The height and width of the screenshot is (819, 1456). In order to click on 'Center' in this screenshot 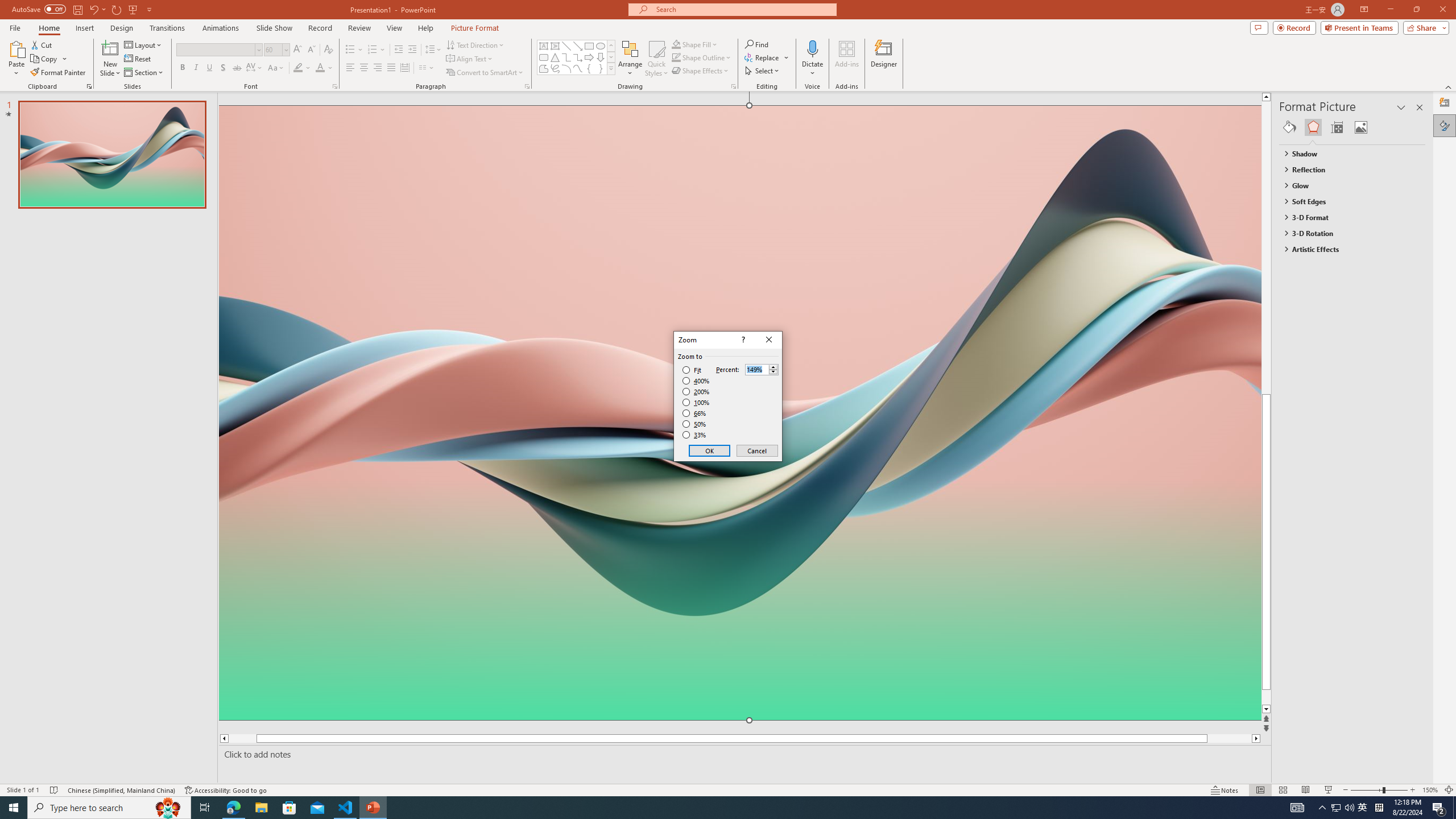, I will do `click(364, 67)`.